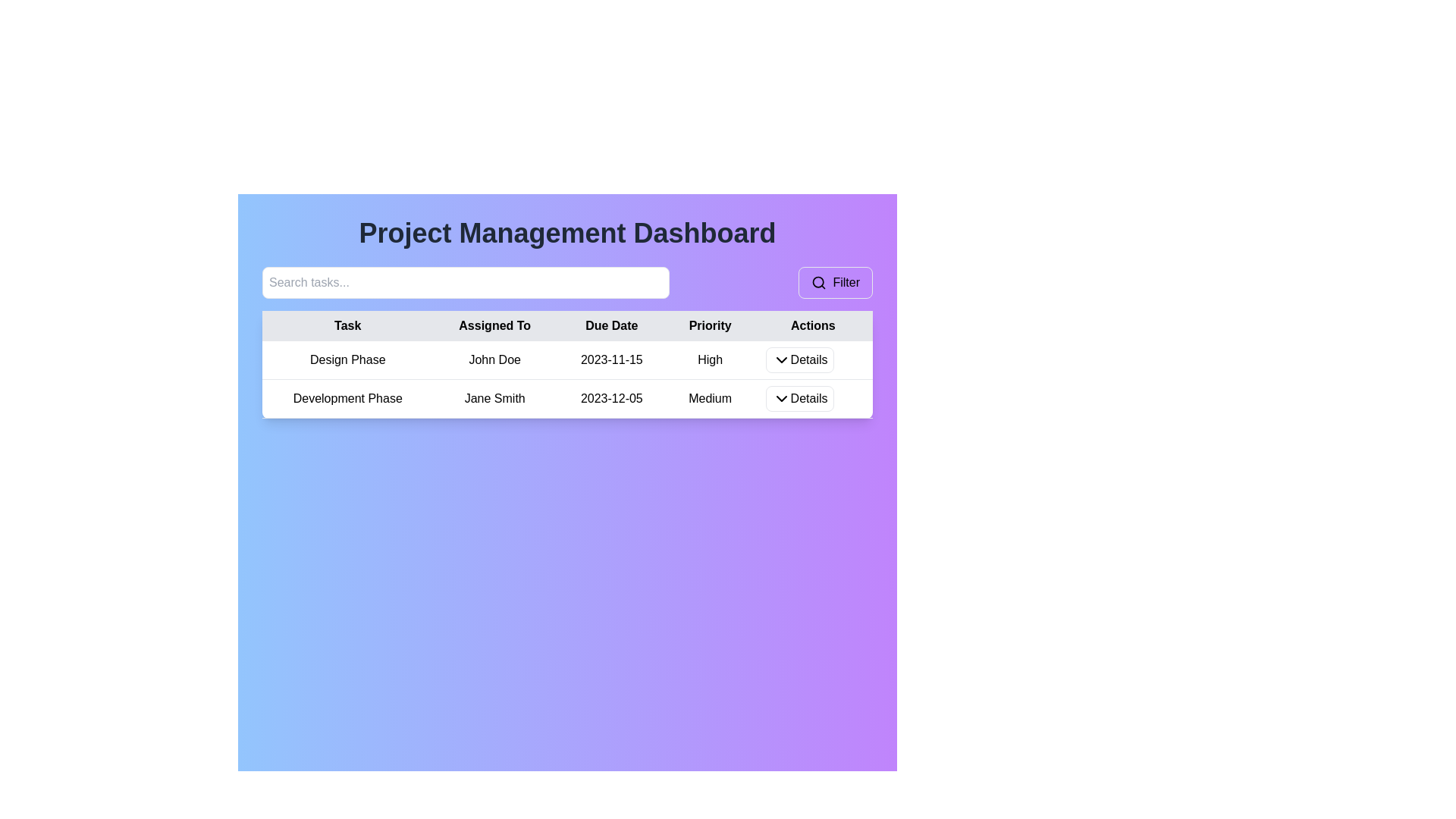 The height and width of the screenshot is (819, 1456). I want to click on the first row of the table in the Project Management Dashboard, which displays task details including 'Design Phase', 'John Doe', '2023-11-15', 'High', and a 'Details' button, so click(566, 360).